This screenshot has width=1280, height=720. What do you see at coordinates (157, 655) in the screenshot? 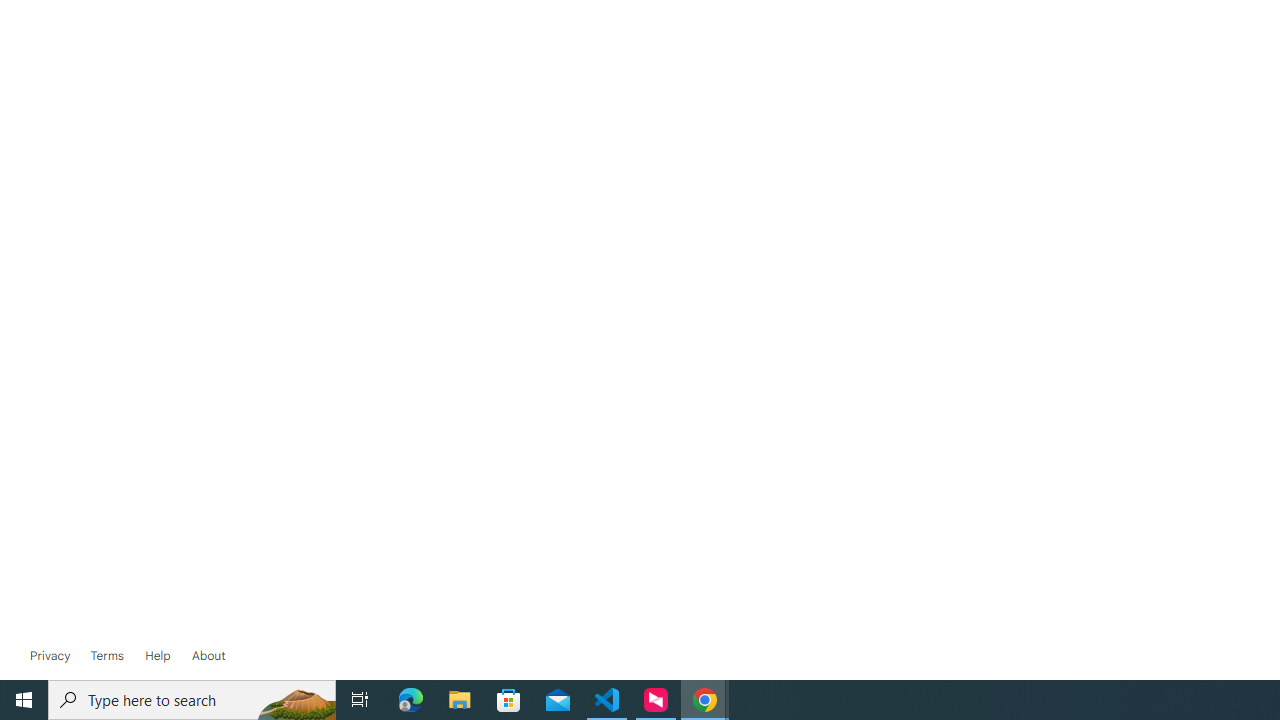
I see `'Help'` at bounding box center [157, 655].